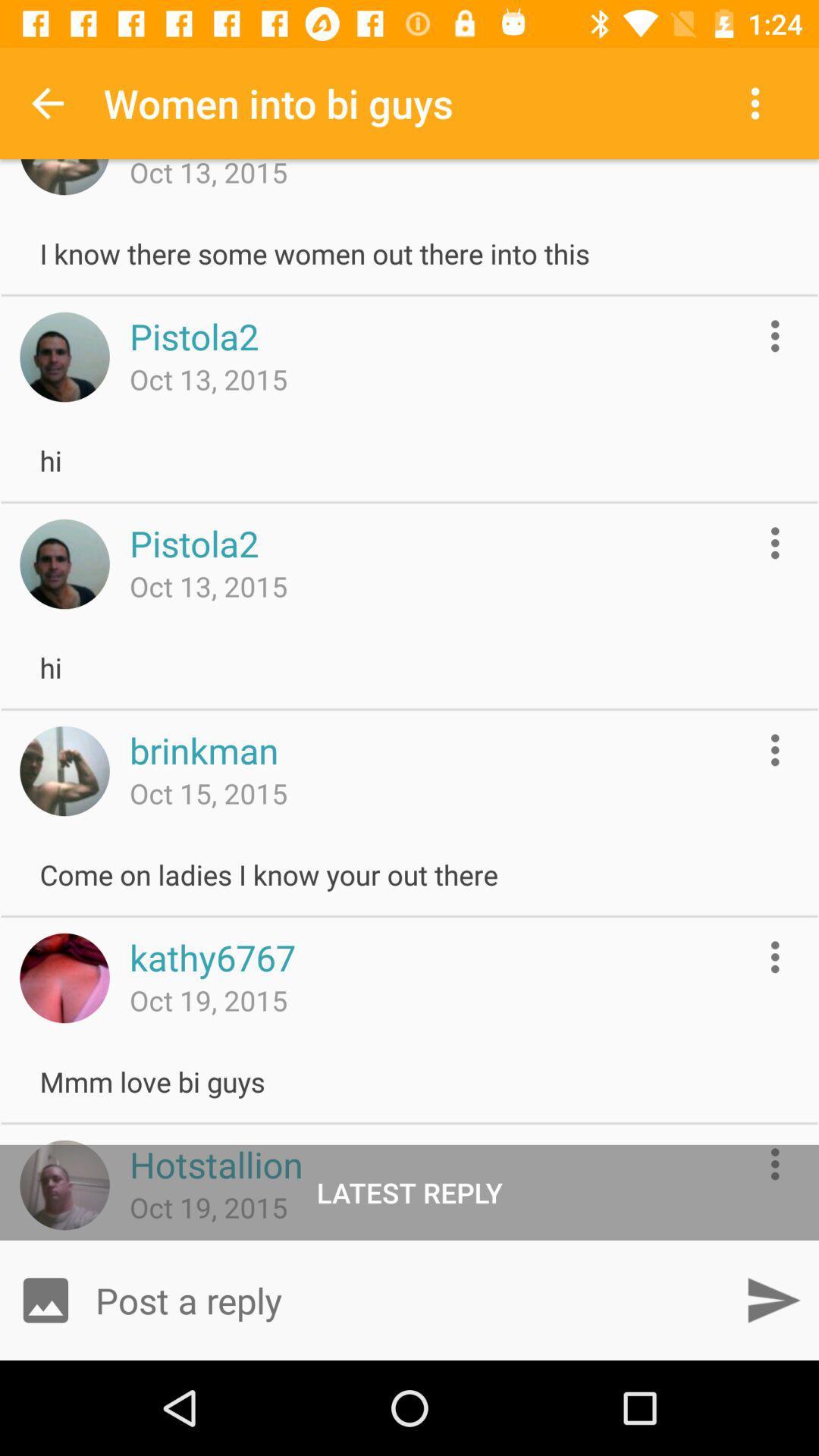 The image size is (819, 1456). I want to click on a photo, so click(45, 1299).